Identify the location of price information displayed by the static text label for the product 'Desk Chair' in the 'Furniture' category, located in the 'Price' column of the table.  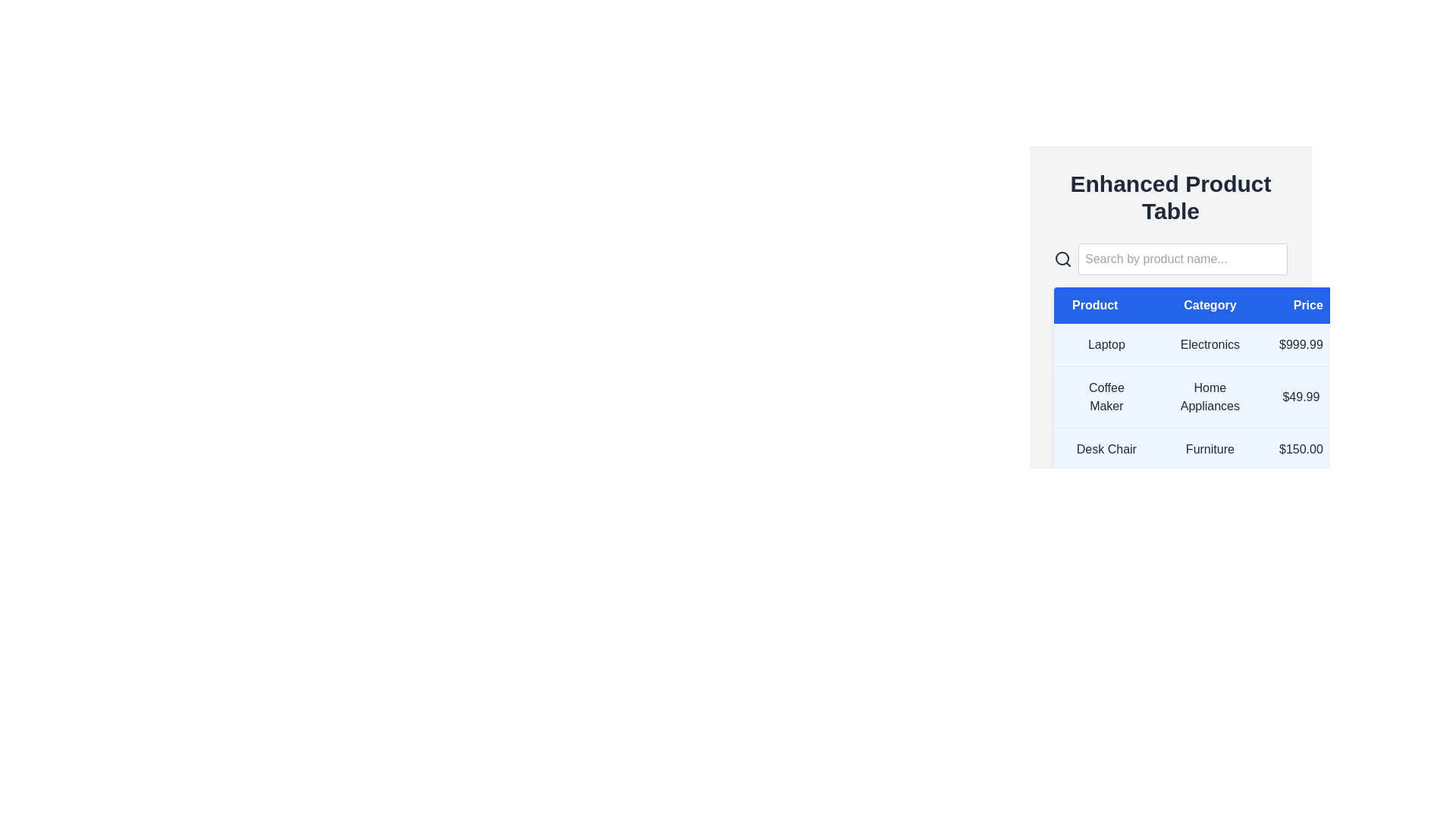
(1300, 449).